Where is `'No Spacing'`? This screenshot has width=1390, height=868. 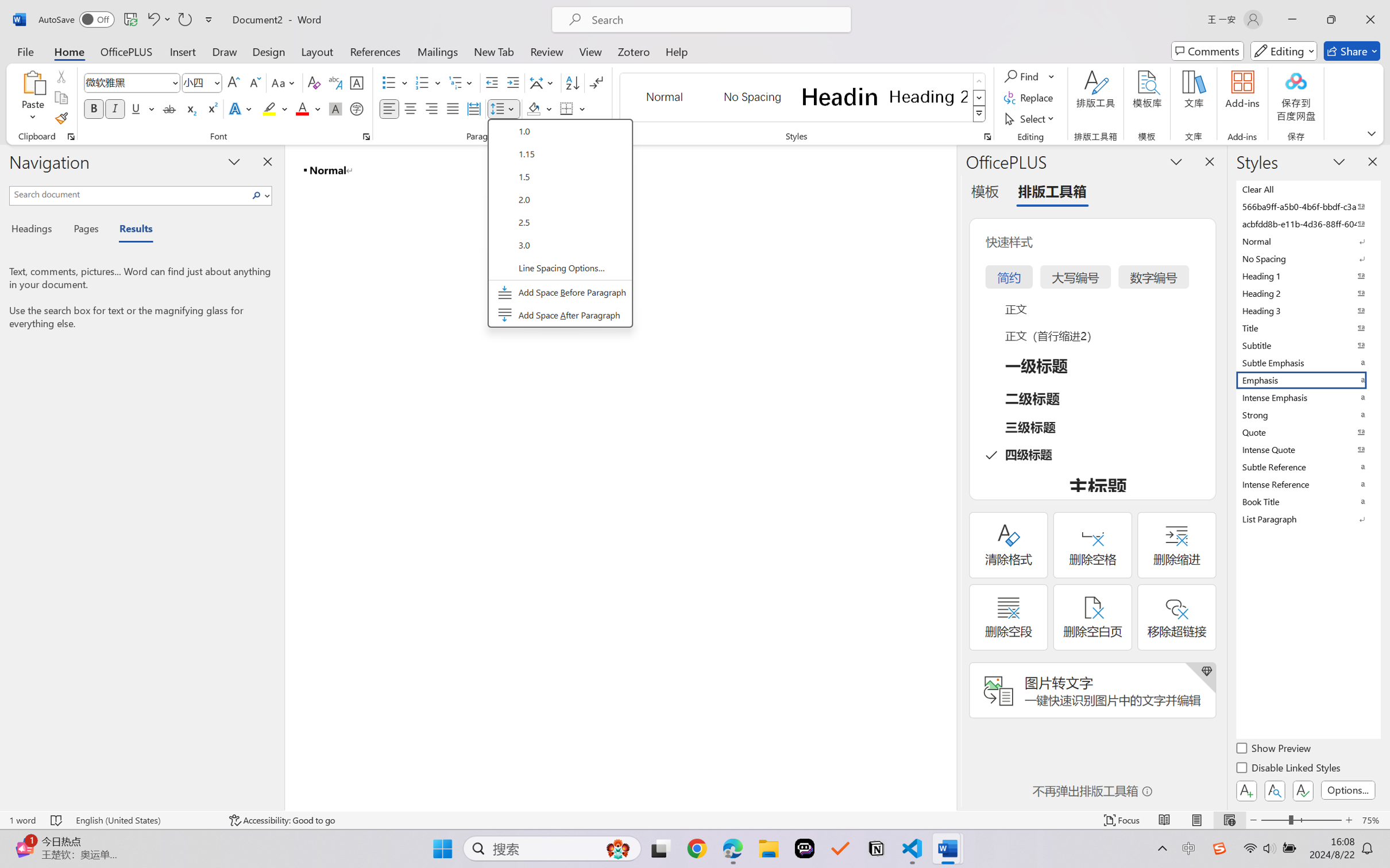
'No Spacing' is located at coordinates (1307, 258).